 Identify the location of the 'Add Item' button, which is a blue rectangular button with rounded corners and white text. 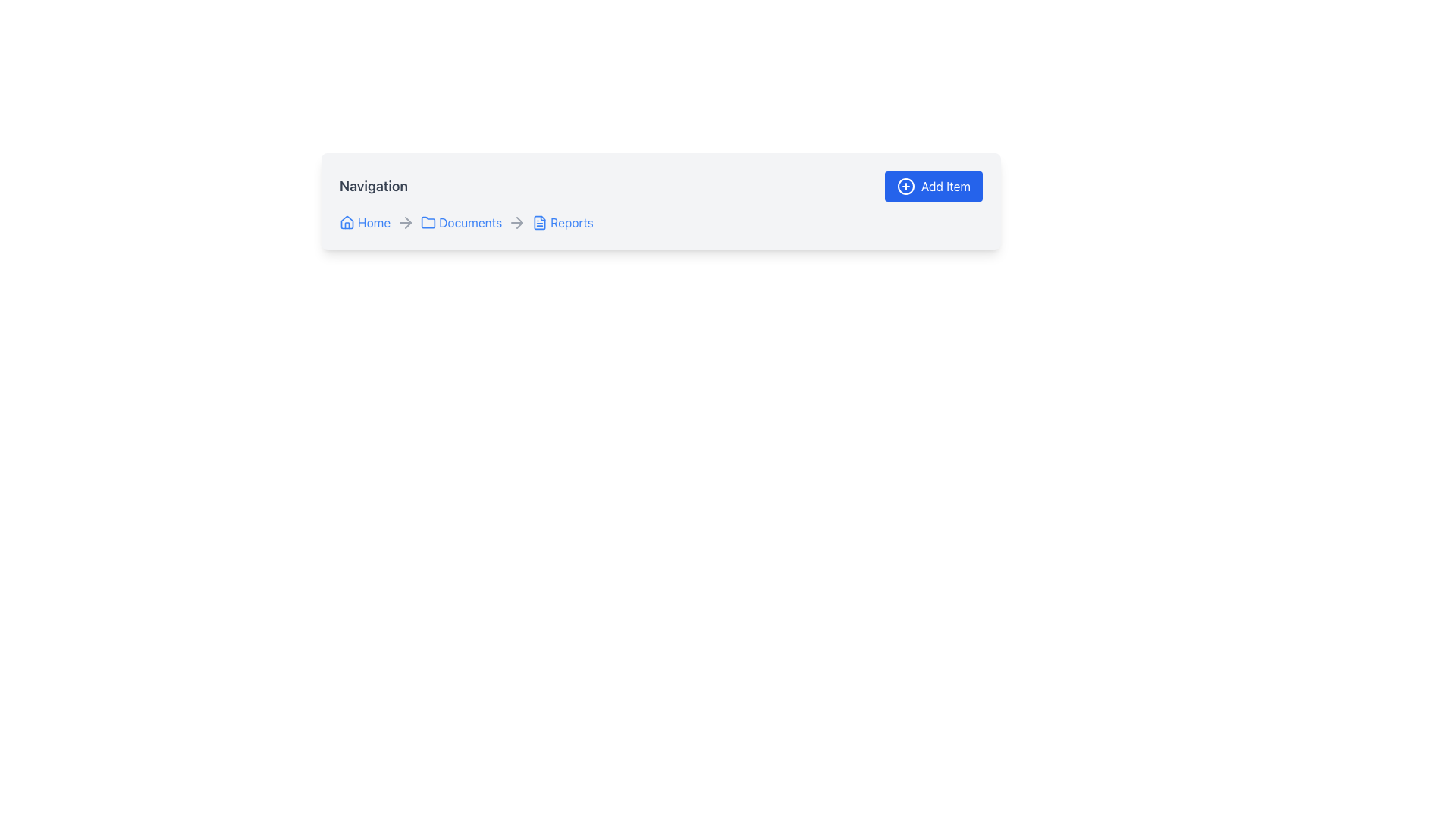
(933, 186).